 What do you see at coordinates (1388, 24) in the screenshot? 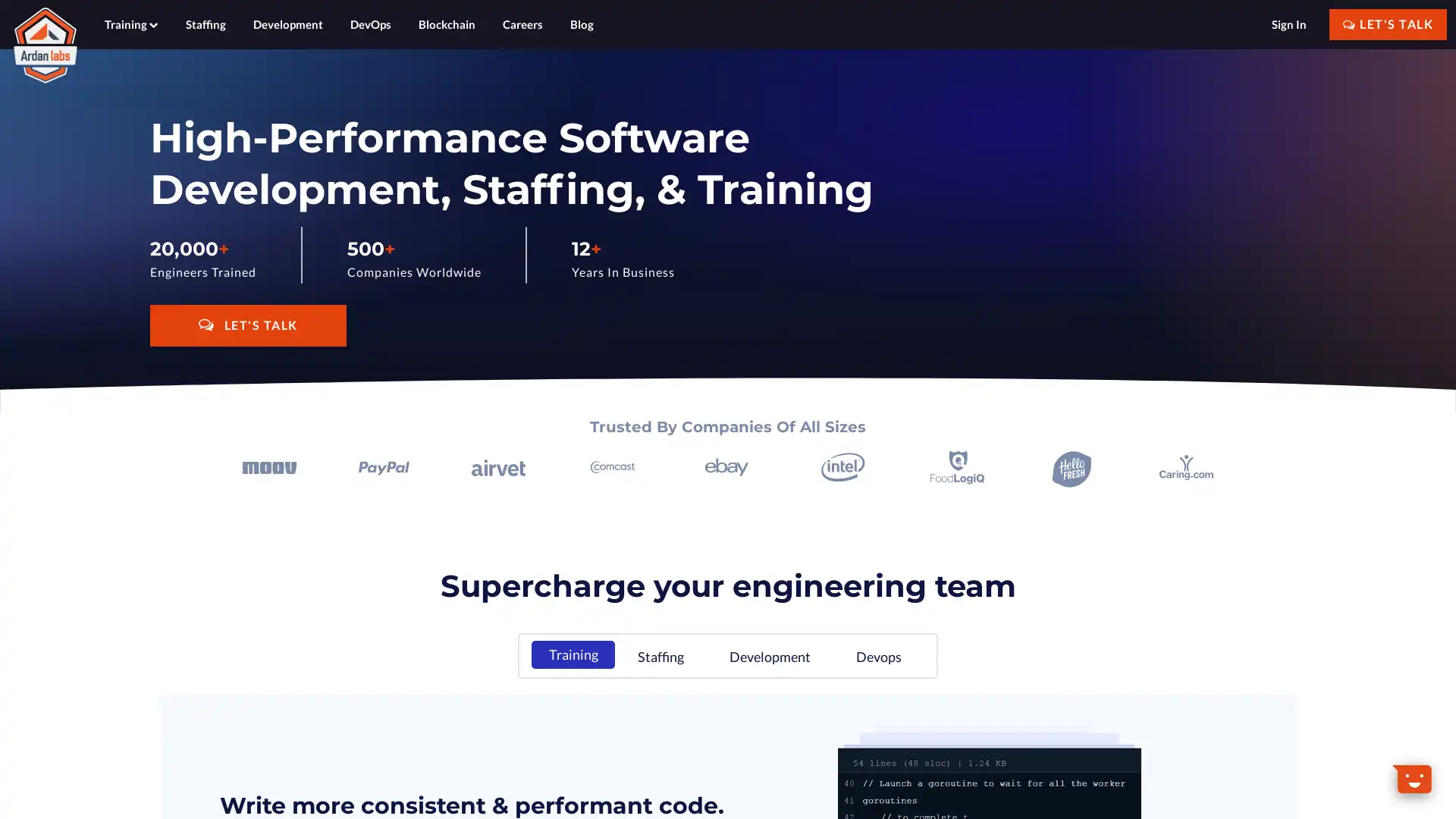
I see `LET'S TALK` at bounding box center [1388, 24].